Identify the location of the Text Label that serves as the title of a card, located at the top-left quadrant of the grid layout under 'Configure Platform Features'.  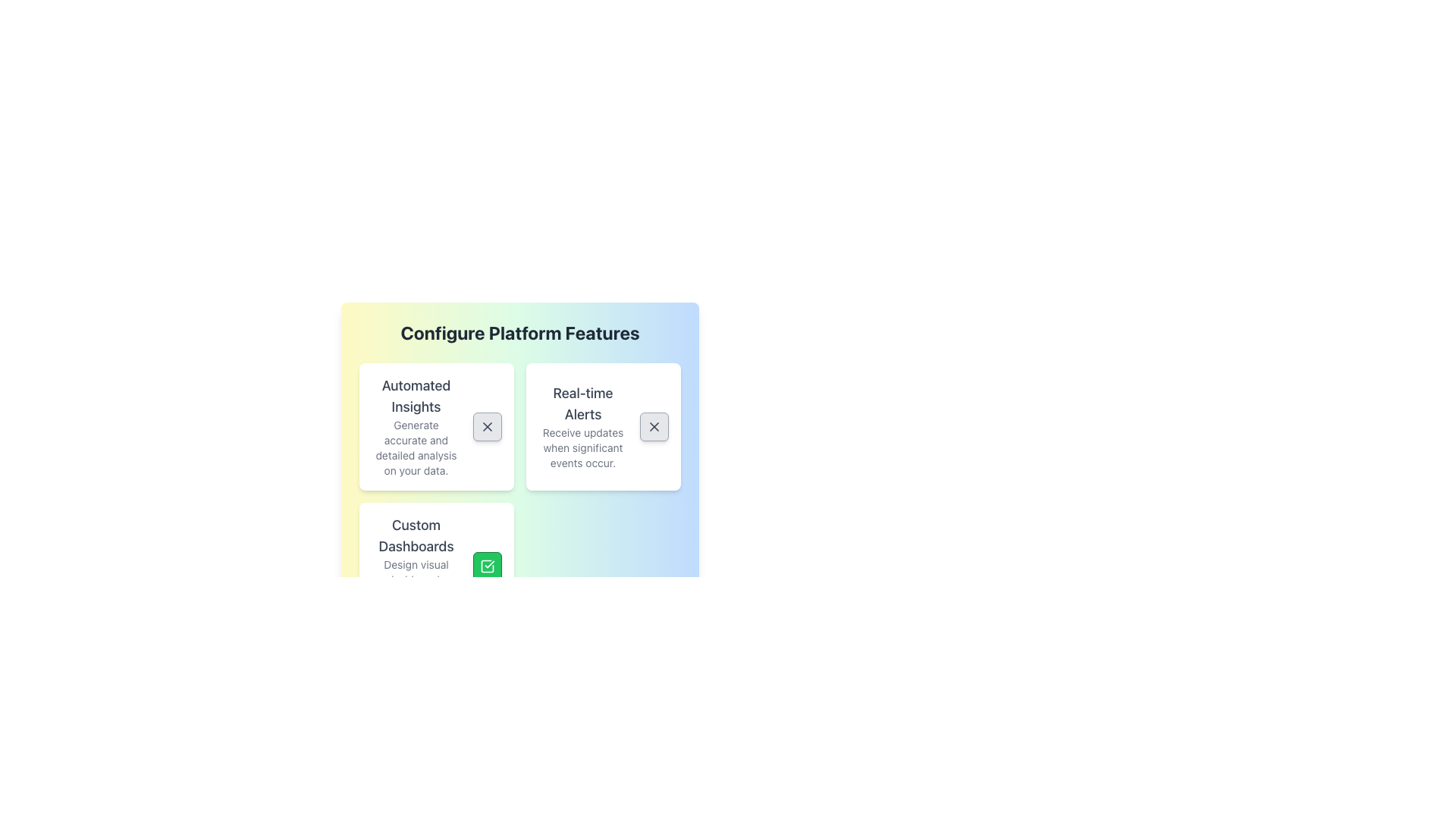
(416, 396).